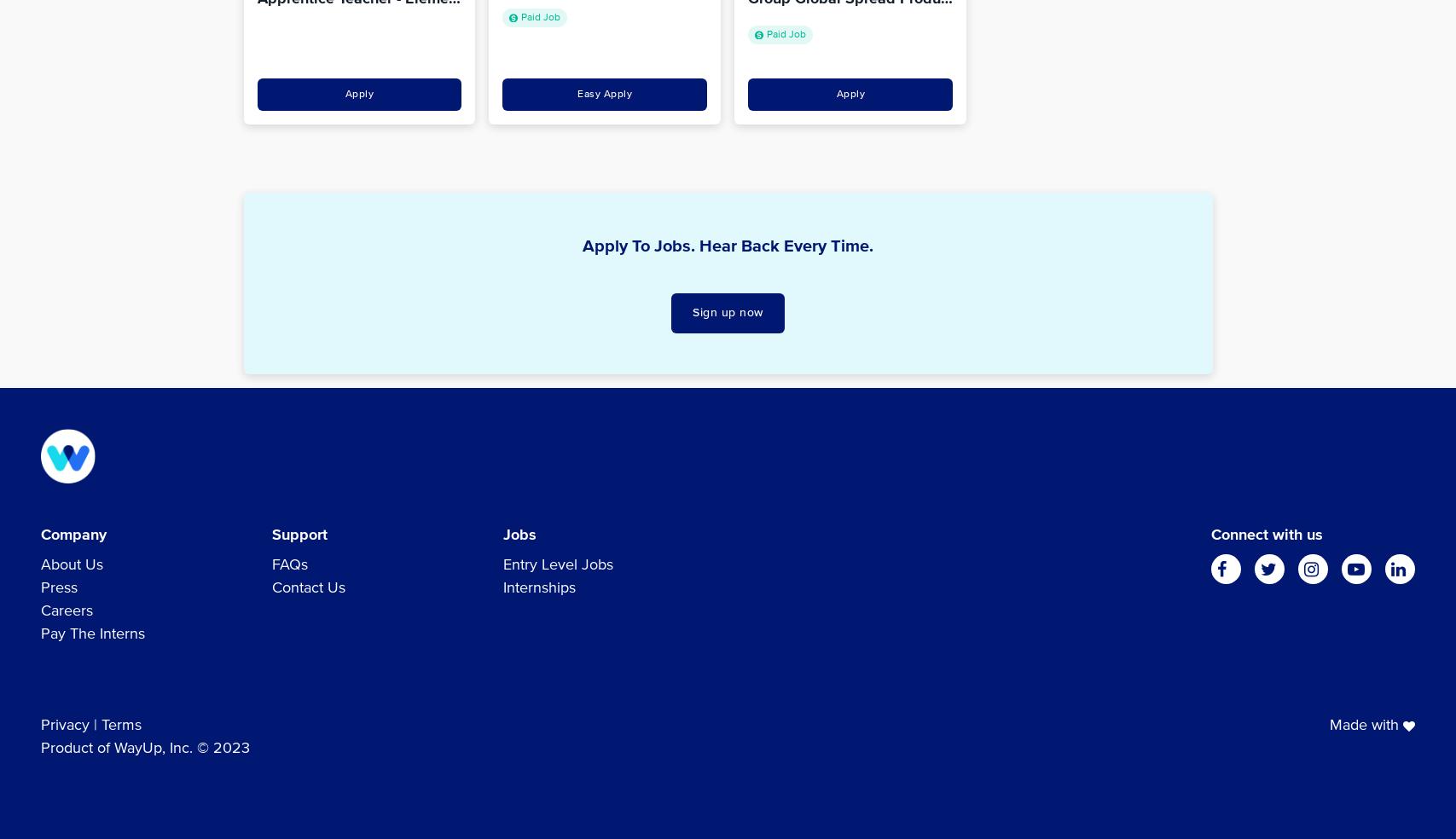 This screenshot has width=1456, height=839. Describe the element at coordinates (604, 93) in the screenshot. I see `'Easy Apply'` at that location.